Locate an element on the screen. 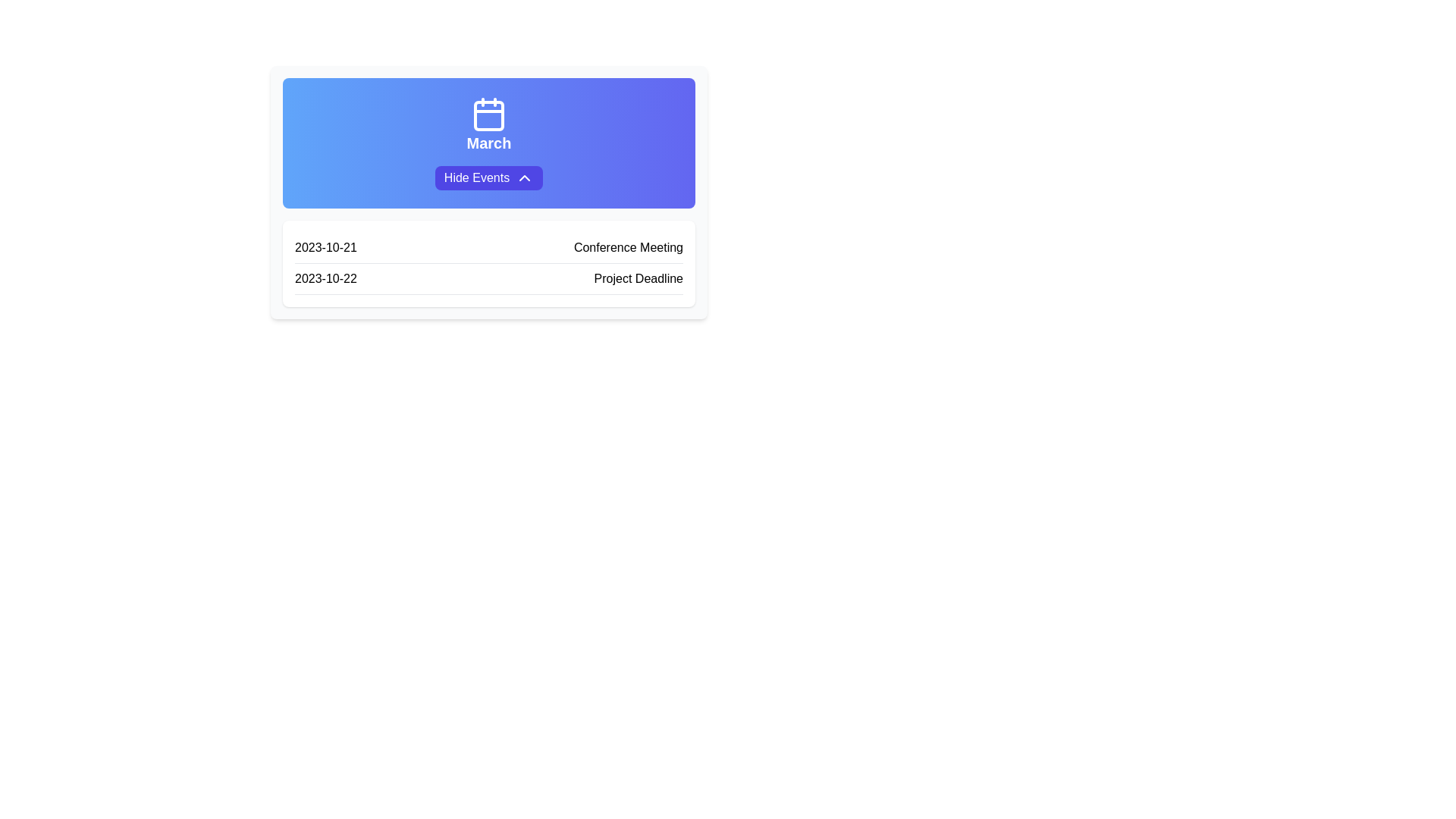 This screenshot has width=1456, height=819. the chevron icon located to the right of the 'Hide Events' label within the button, which toggles the visibility of related content below the 'March' header is located at coordinates (524, 177).